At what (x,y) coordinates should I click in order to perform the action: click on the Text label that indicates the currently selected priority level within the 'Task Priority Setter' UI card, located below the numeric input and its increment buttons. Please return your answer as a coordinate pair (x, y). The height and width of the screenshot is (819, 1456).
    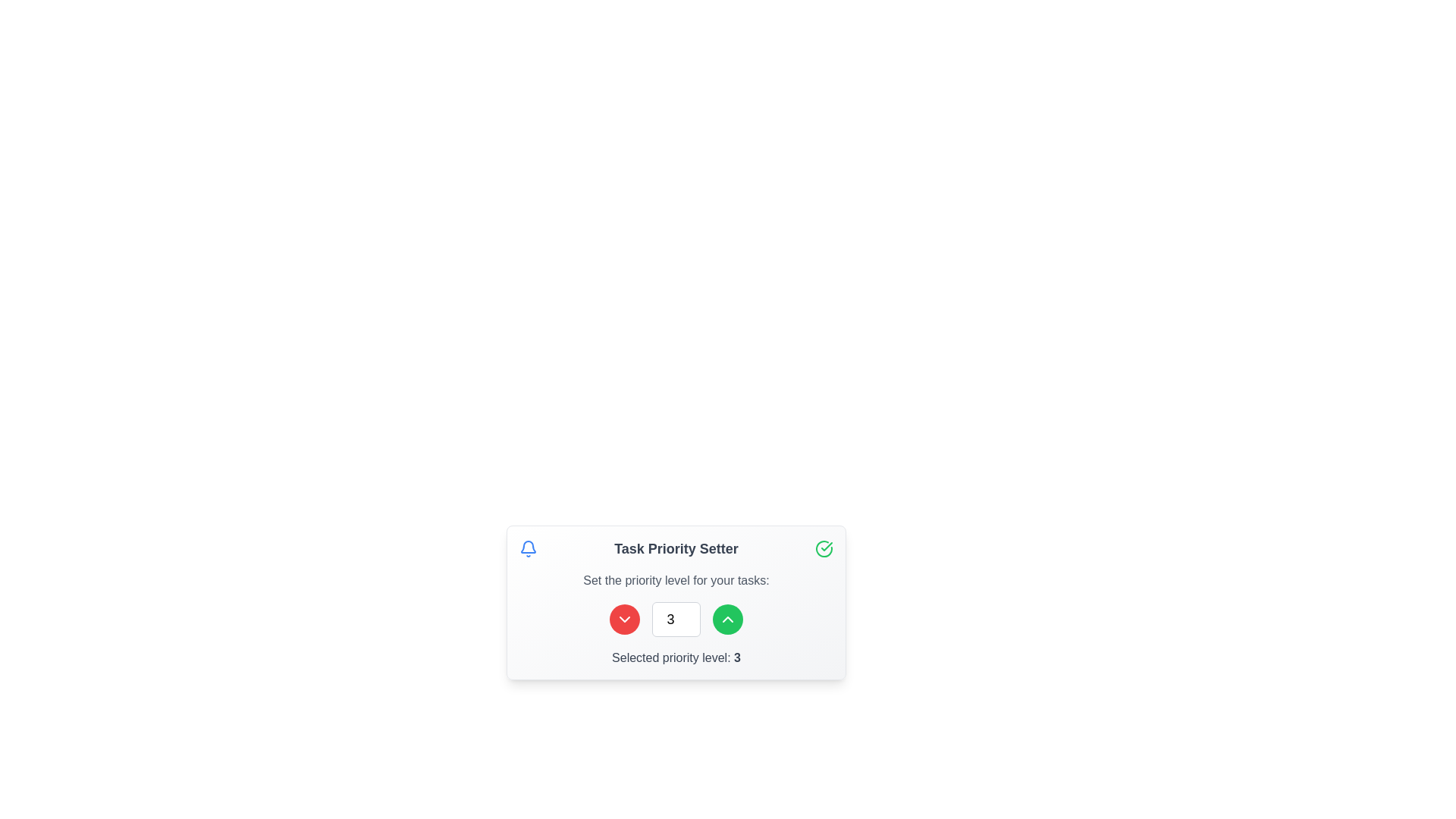
    Looking at the image, I should click on (676, 657).